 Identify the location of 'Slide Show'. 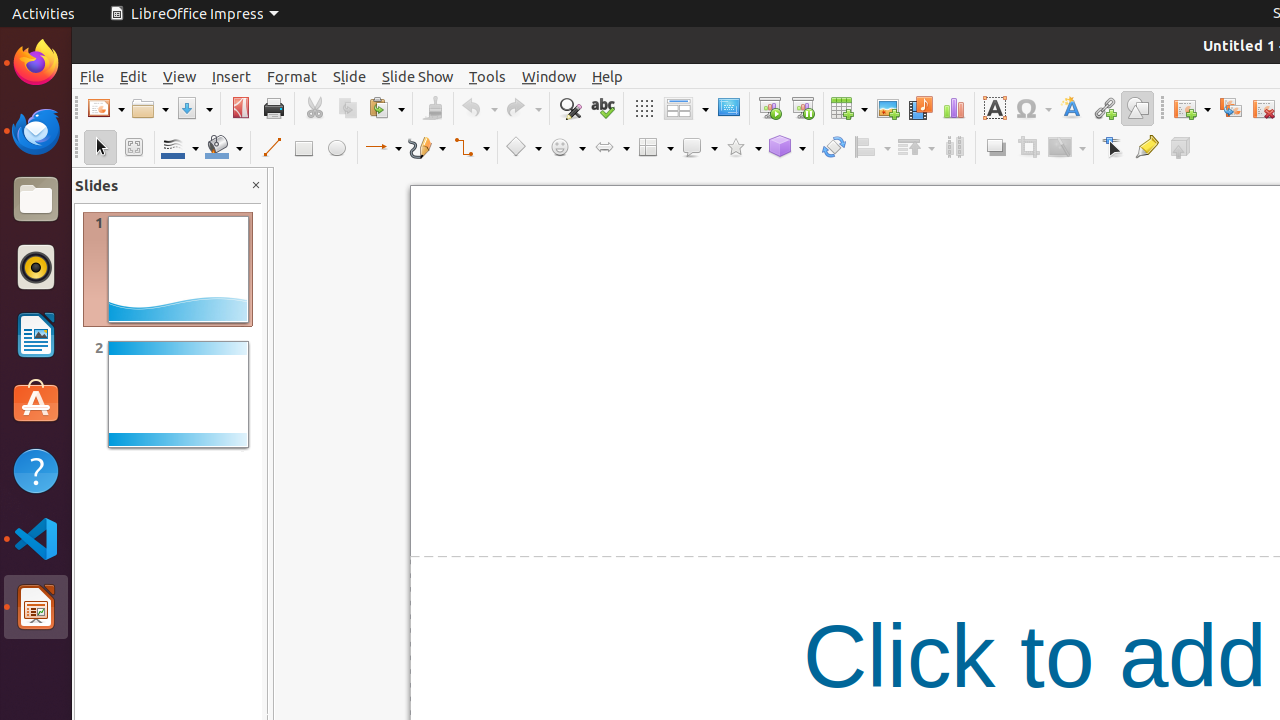
(416, 75).